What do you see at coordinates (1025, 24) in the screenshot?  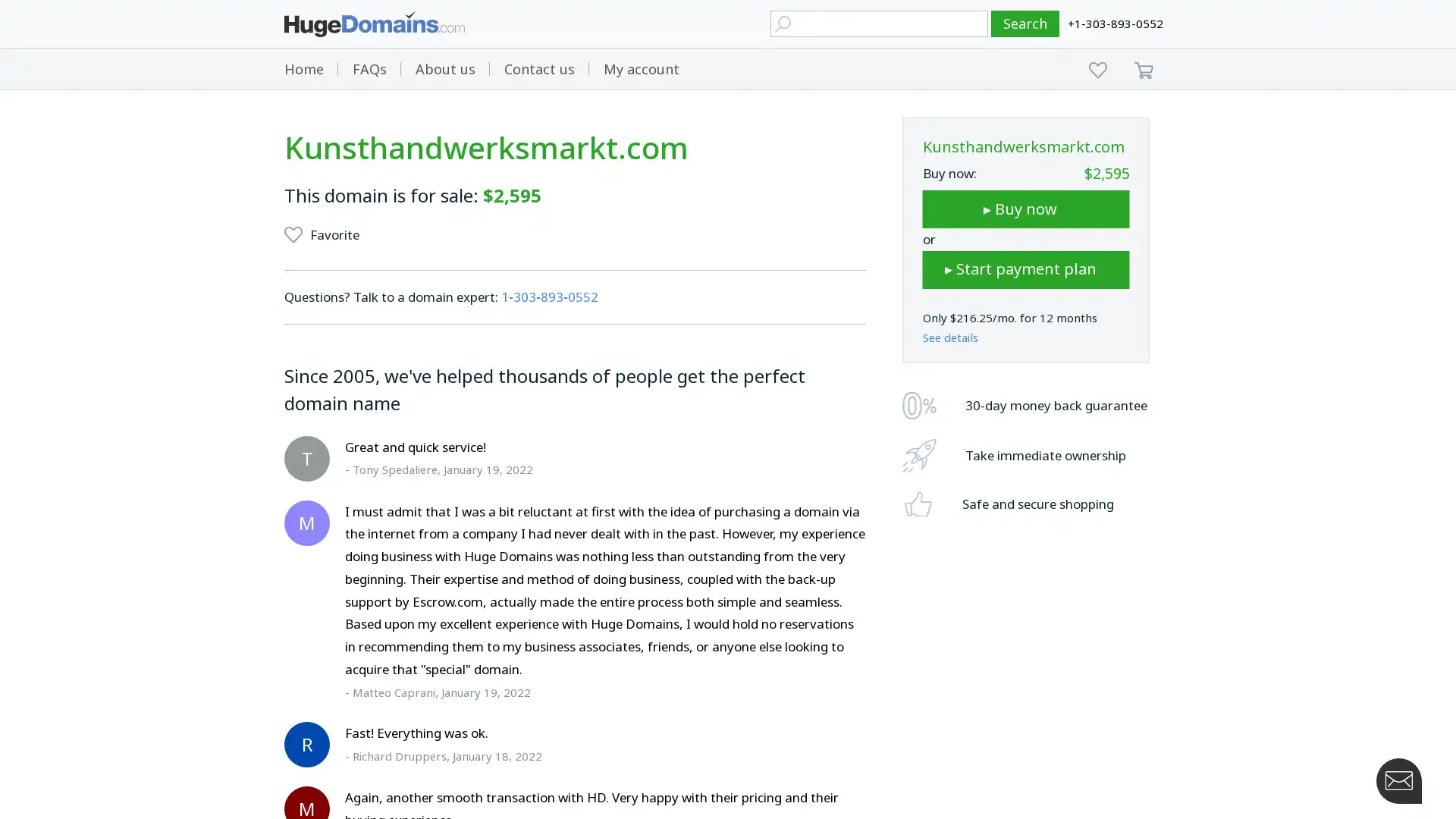 I see `Search` at bounding box center [1025, 24].